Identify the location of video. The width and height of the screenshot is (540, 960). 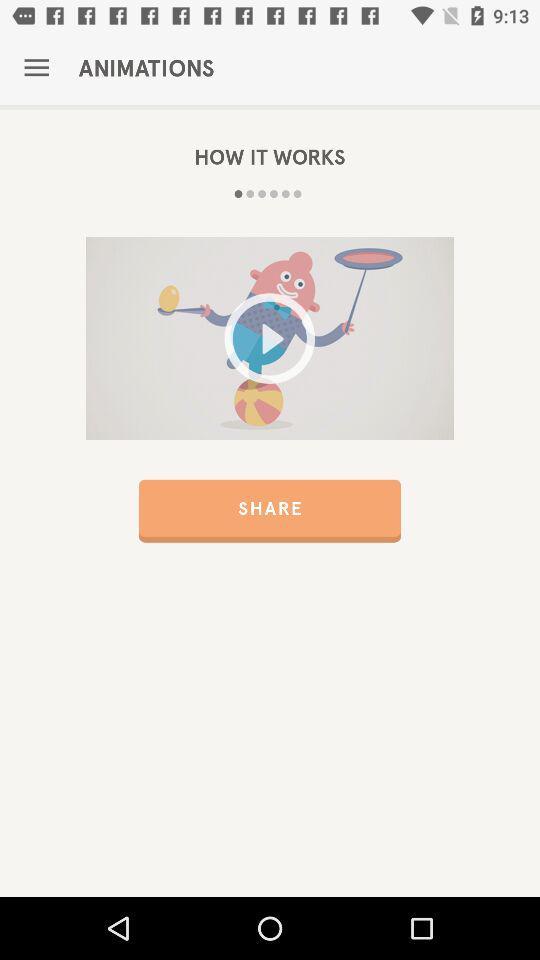
(270, 338).